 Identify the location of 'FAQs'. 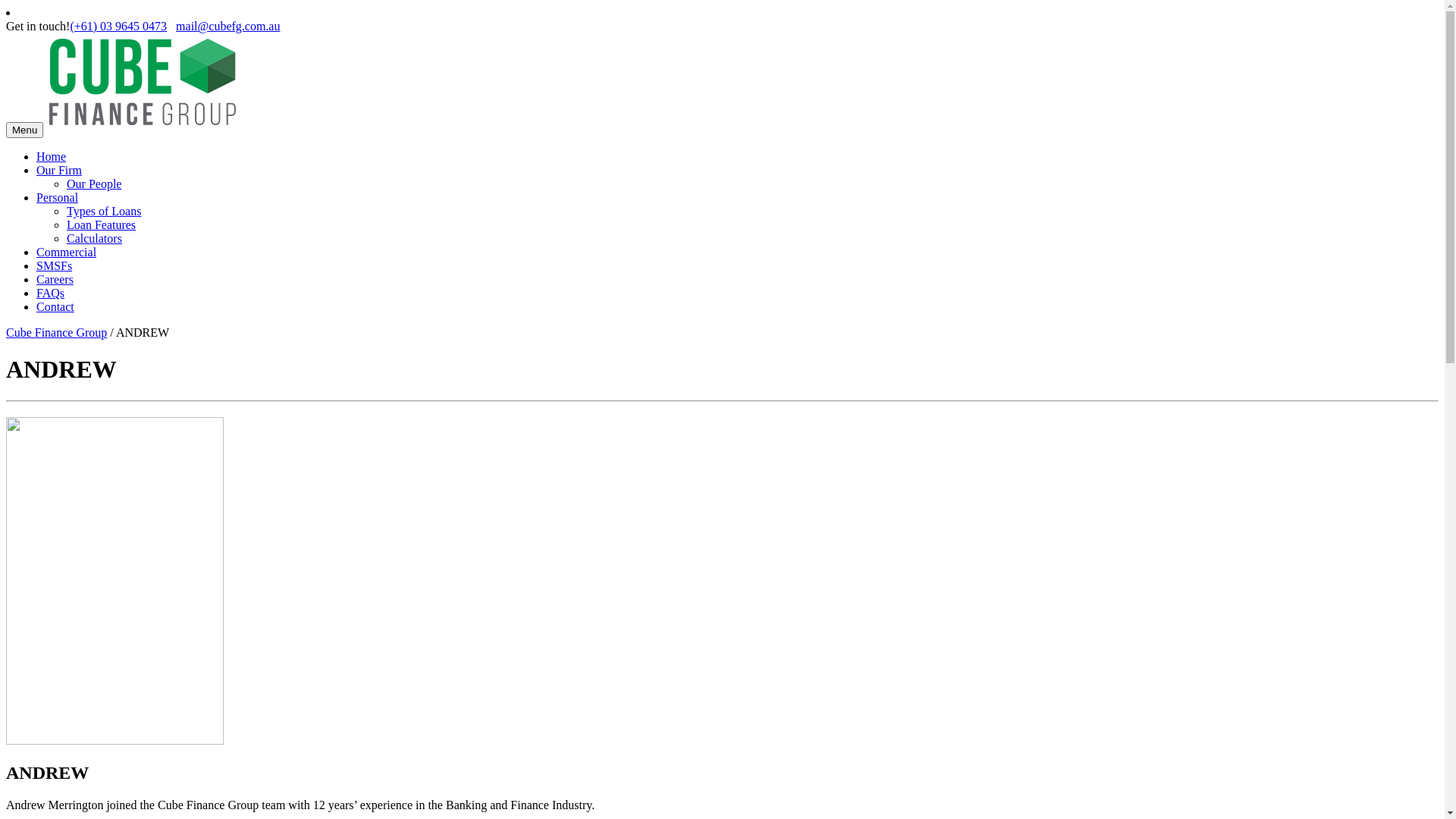
(36, 293).